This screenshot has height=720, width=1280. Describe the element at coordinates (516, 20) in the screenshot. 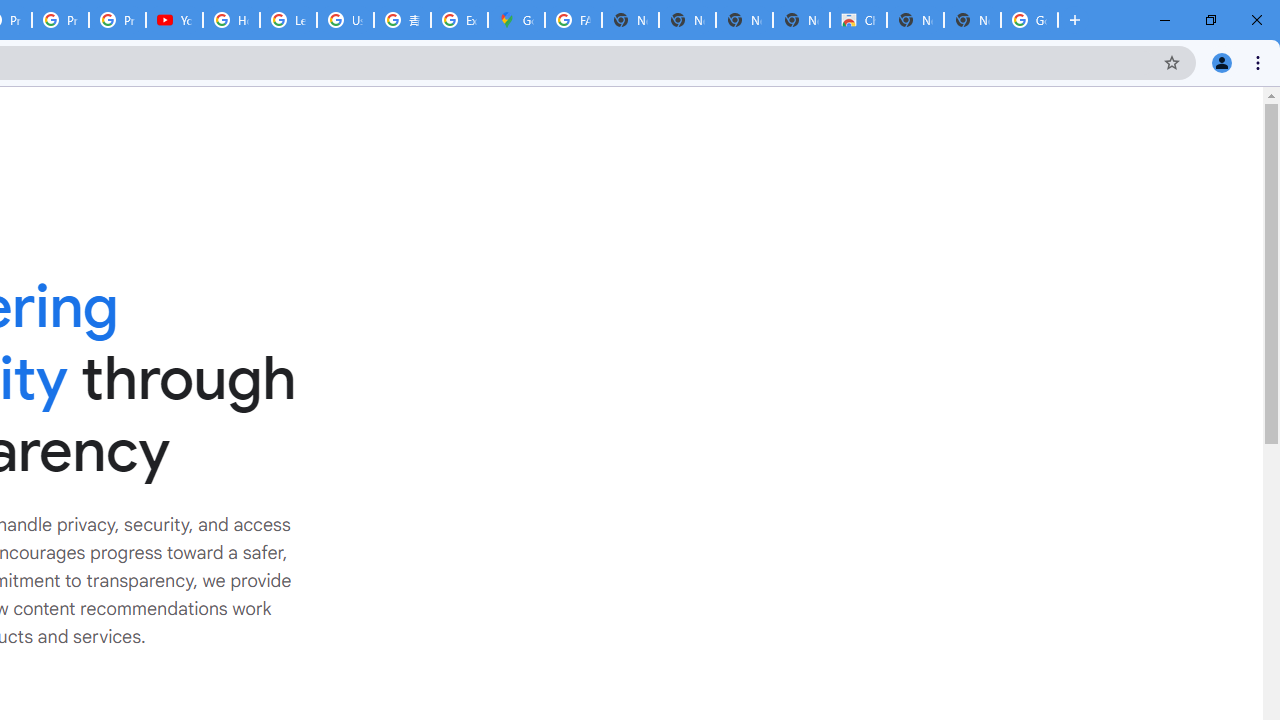

I see `'Google Maps'` at that location.